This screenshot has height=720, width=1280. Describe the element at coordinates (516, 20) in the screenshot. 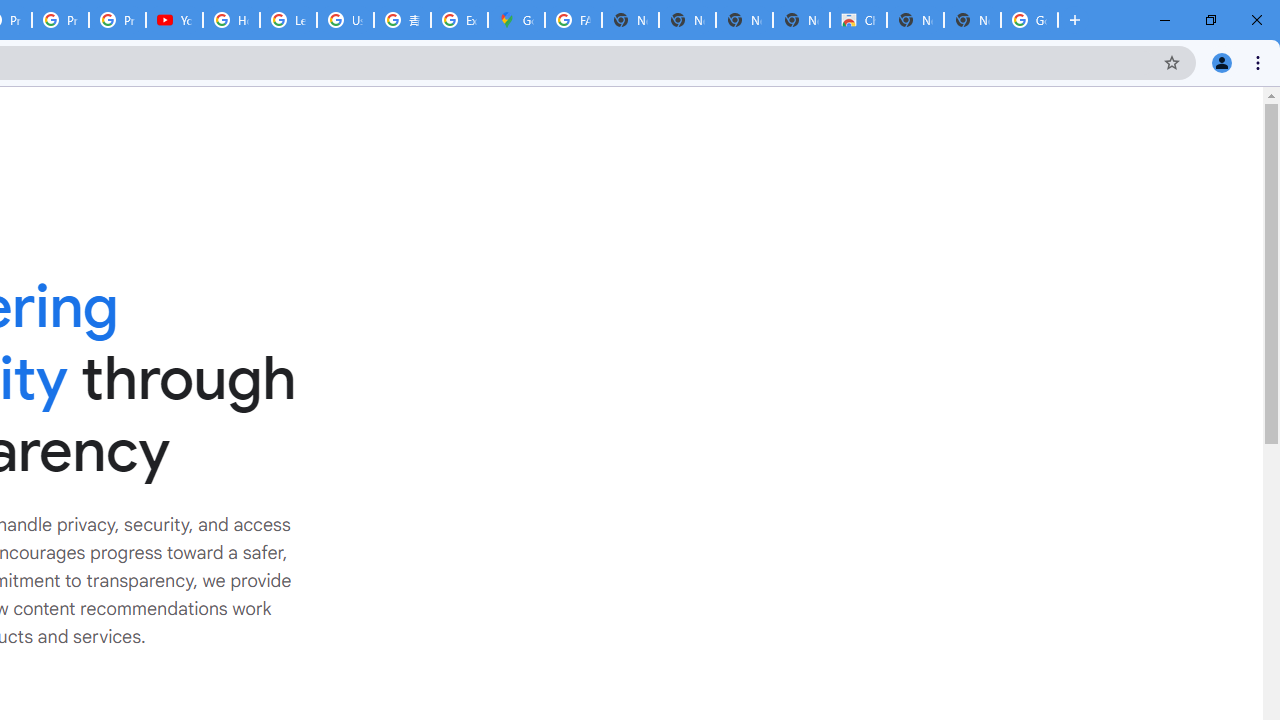

I see `'Google Maps'` at that location.